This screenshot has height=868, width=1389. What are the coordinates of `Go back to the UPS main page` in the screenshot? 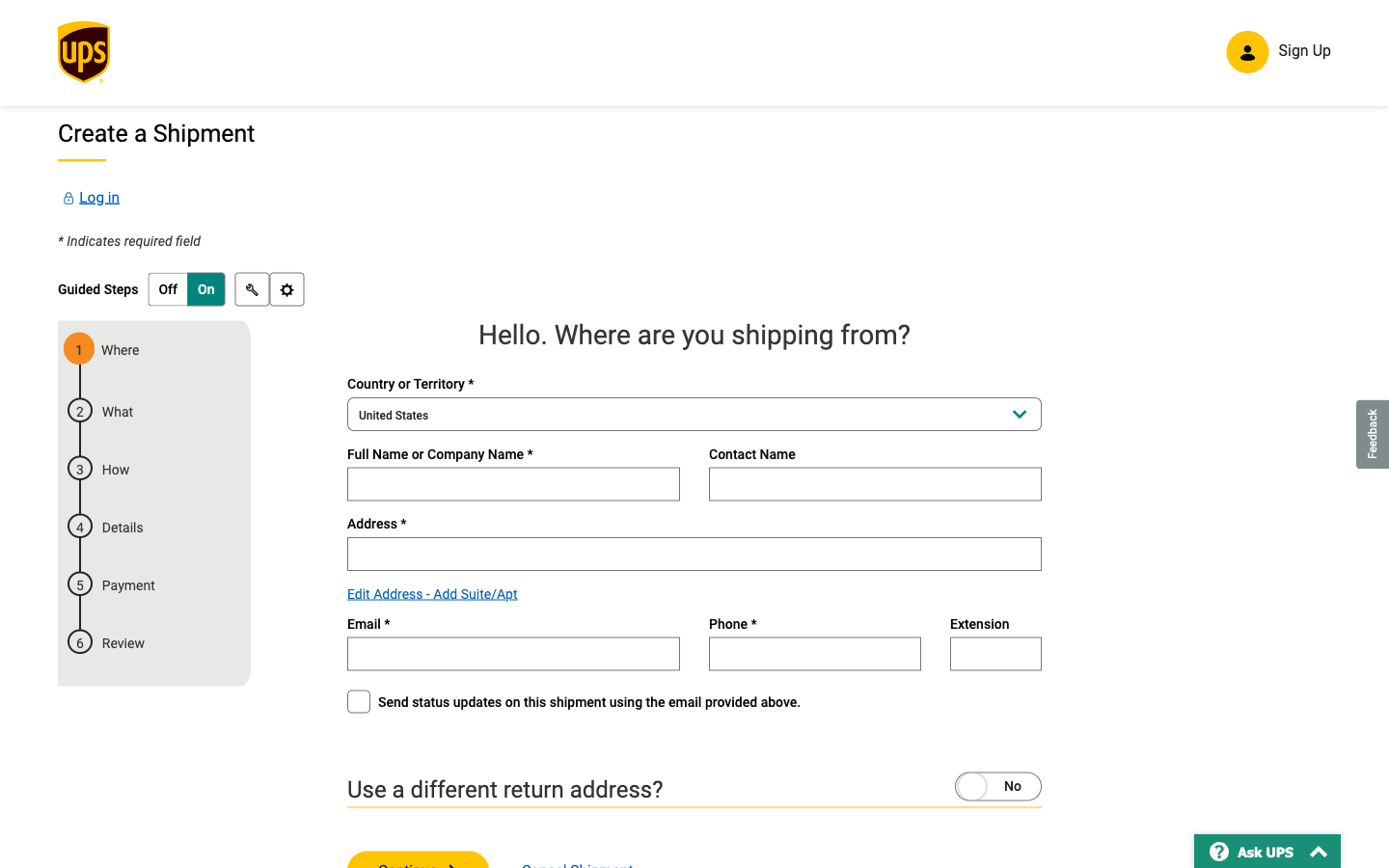 It's located at (83, 57).